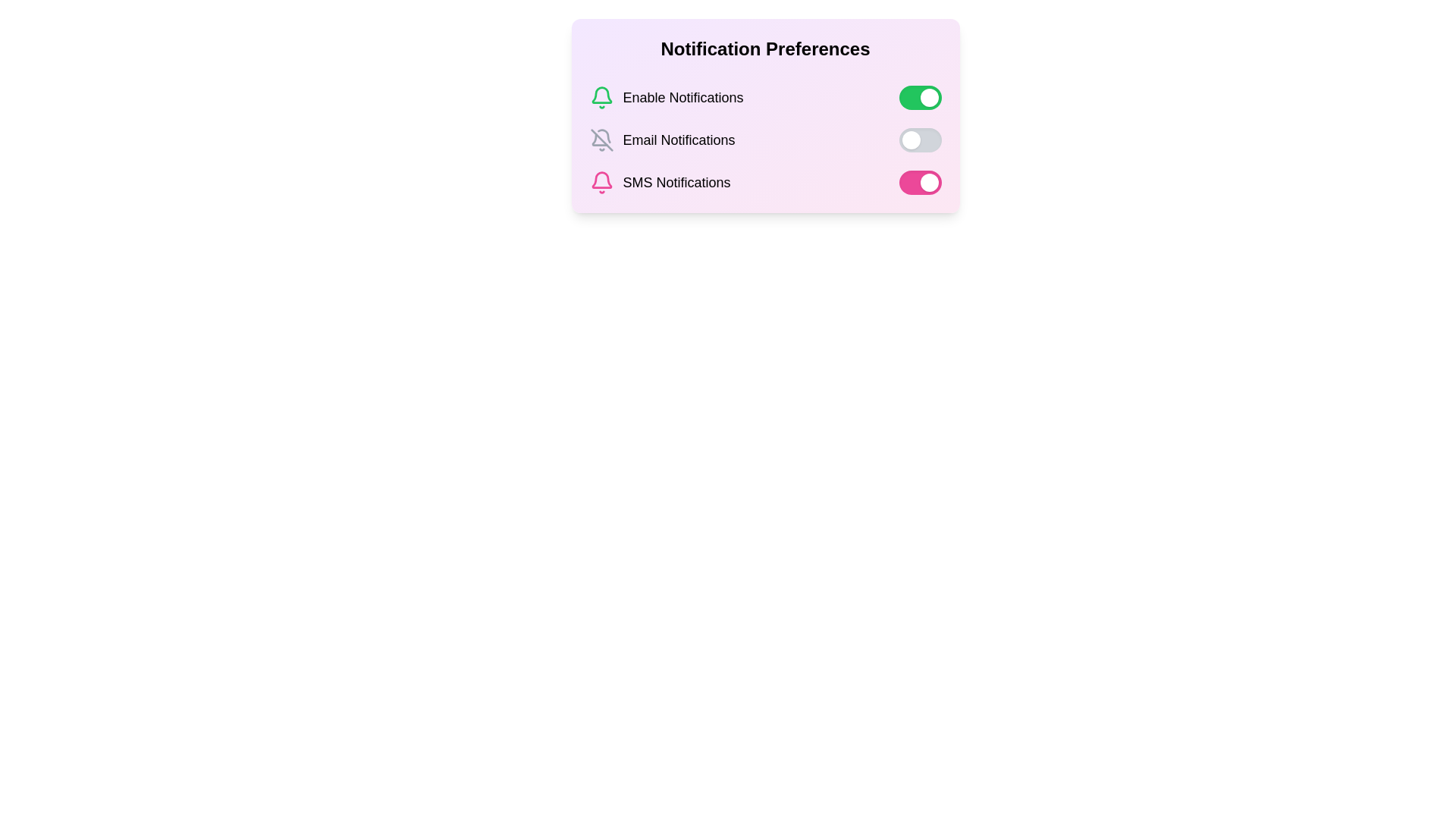 The width and height of the screenshot is (1456, 819). I want to click on text of the notification preference for email notifications, which is located in the second row of the vertical list, below 'Enable Notifications' and above 'SMS Notifications', so click(662, 140).